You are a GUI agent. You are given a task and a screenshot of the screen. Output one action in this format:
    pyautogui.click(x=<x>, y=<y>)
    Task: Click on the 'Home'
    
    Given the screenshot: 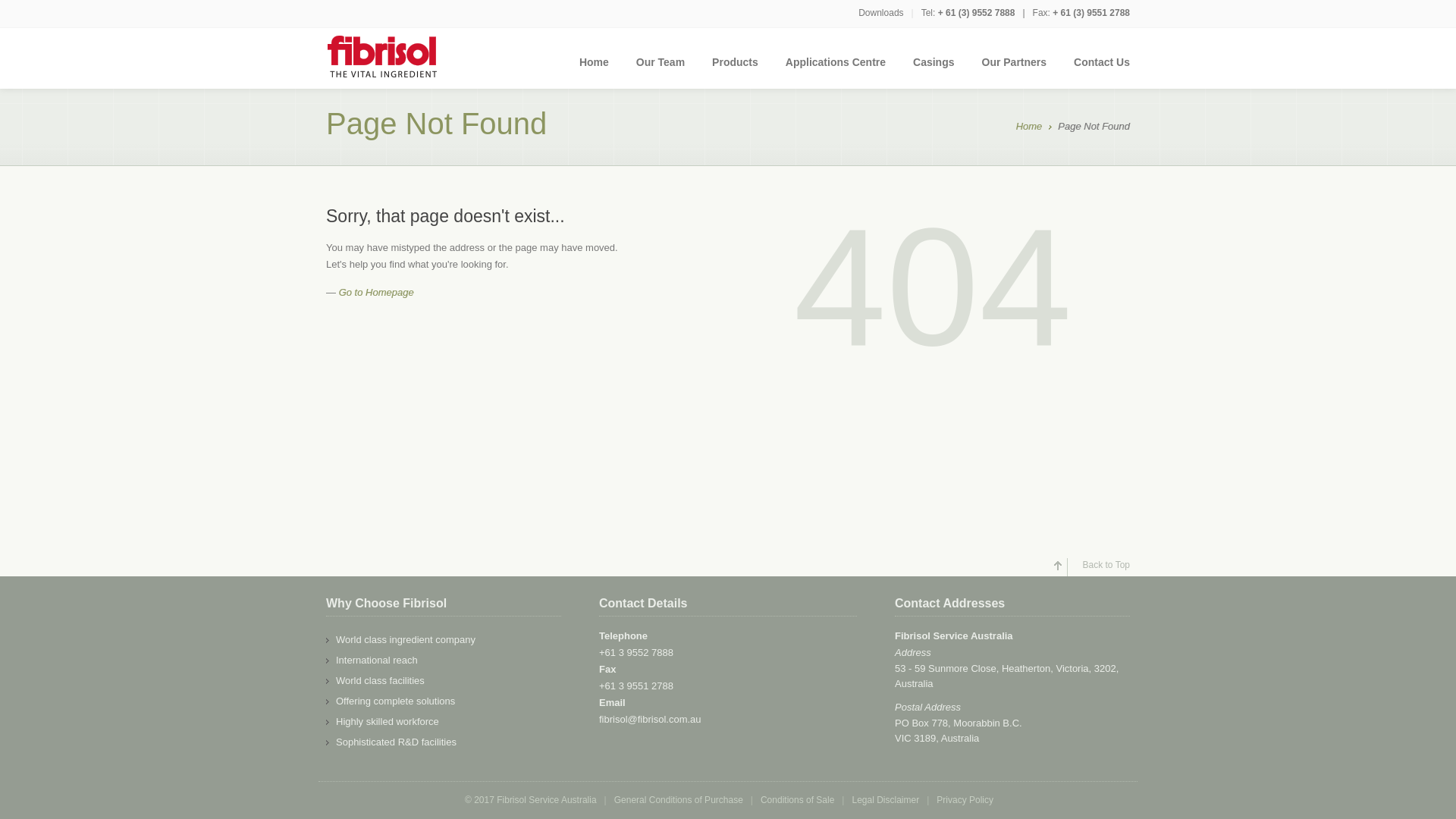 What is the action you would take?
    pyautogui.click(x=1029, y=127)
    